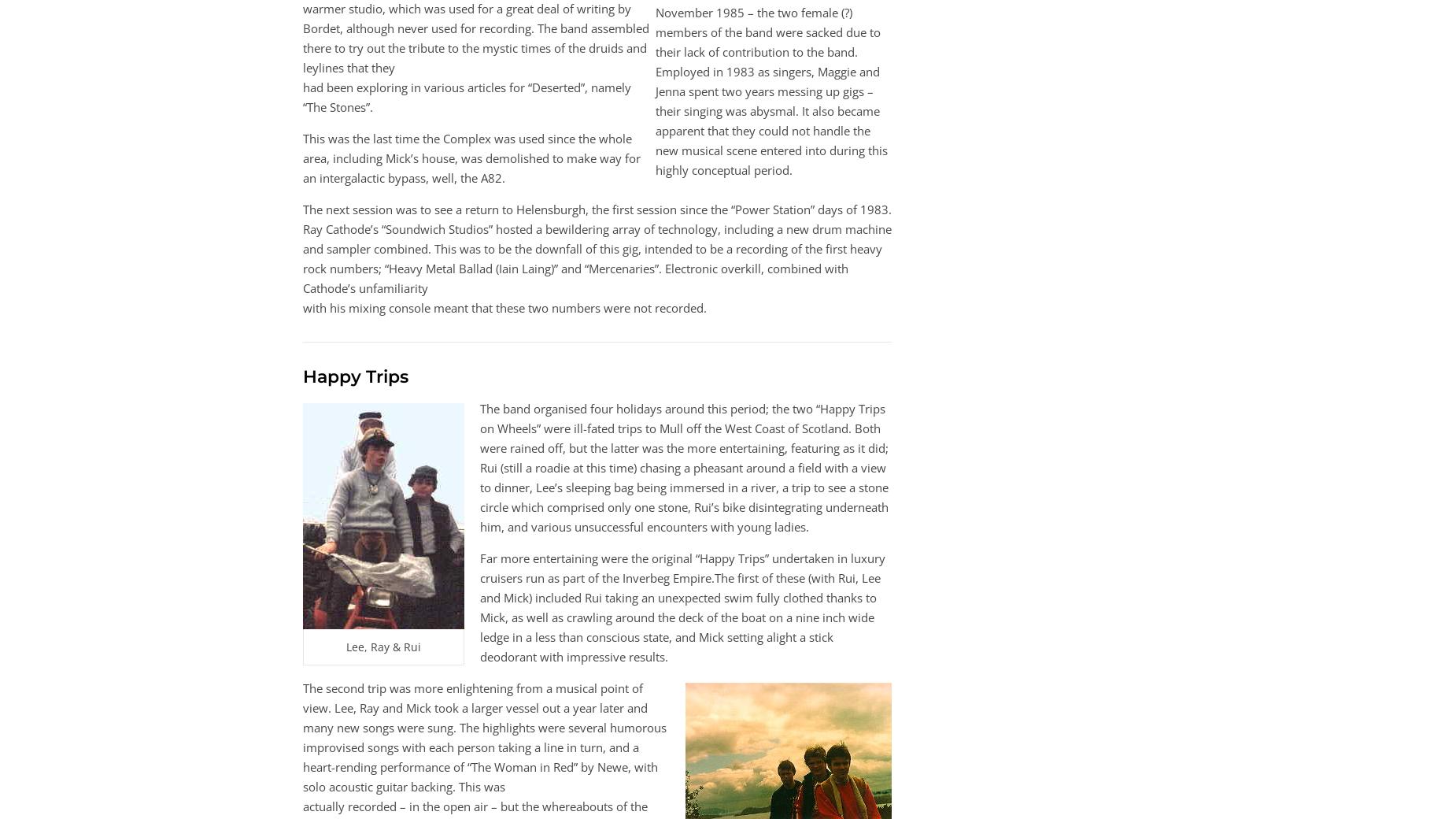 Image resolution: width=1456 pixels, height=819 pixels. What do you see at coordinates (471, 158) in the screenshot?
I see `'This was the last time the Complex was used since the whole area, including Mick’s house, was demolished to make way for an intergalactic bypass, well, the A82.'` at bounding box center [471, 158].